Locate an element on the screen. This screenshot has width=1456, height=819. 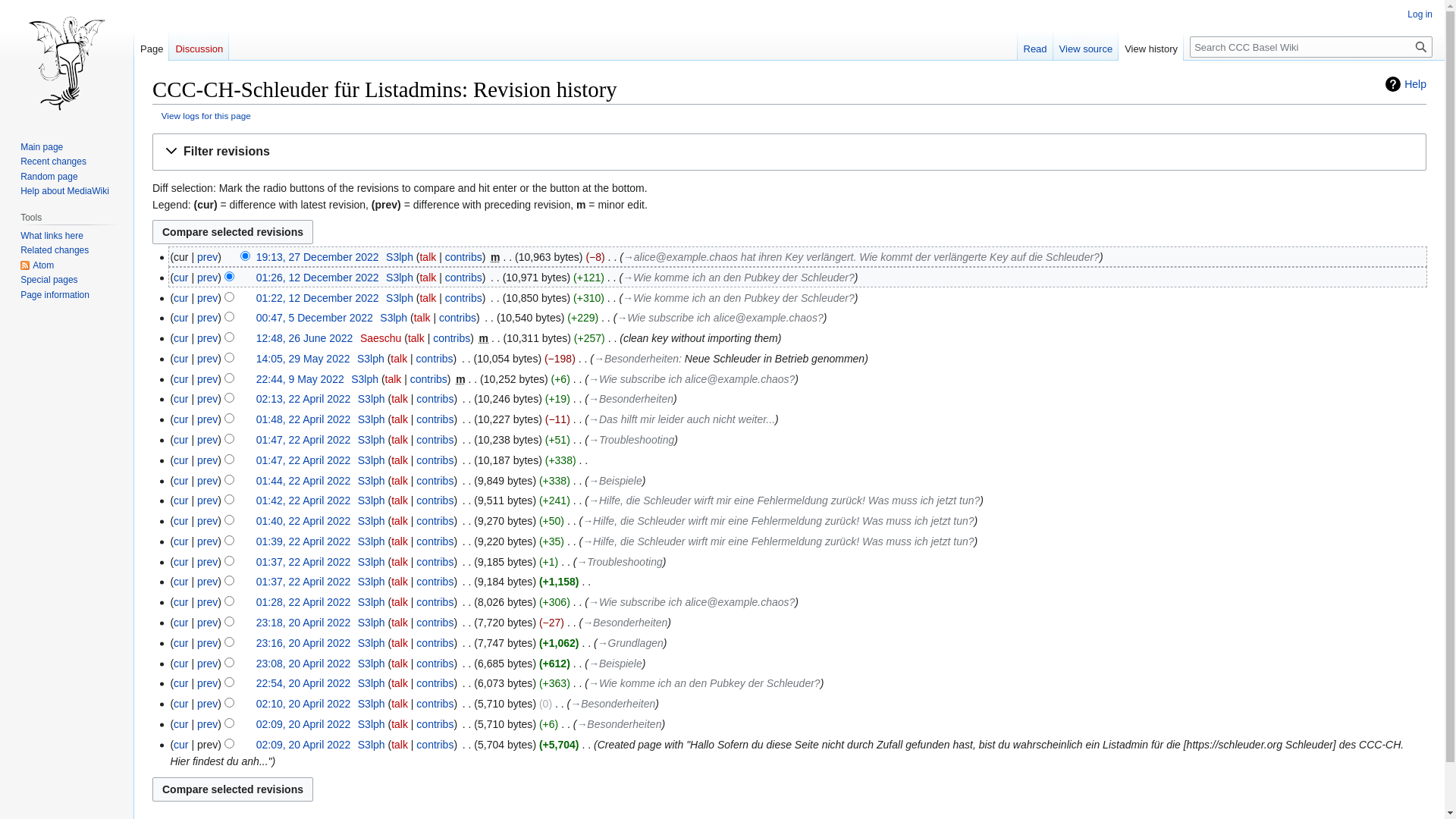
'01:47, 22 April 2022' is located at coordinates (256, 439).